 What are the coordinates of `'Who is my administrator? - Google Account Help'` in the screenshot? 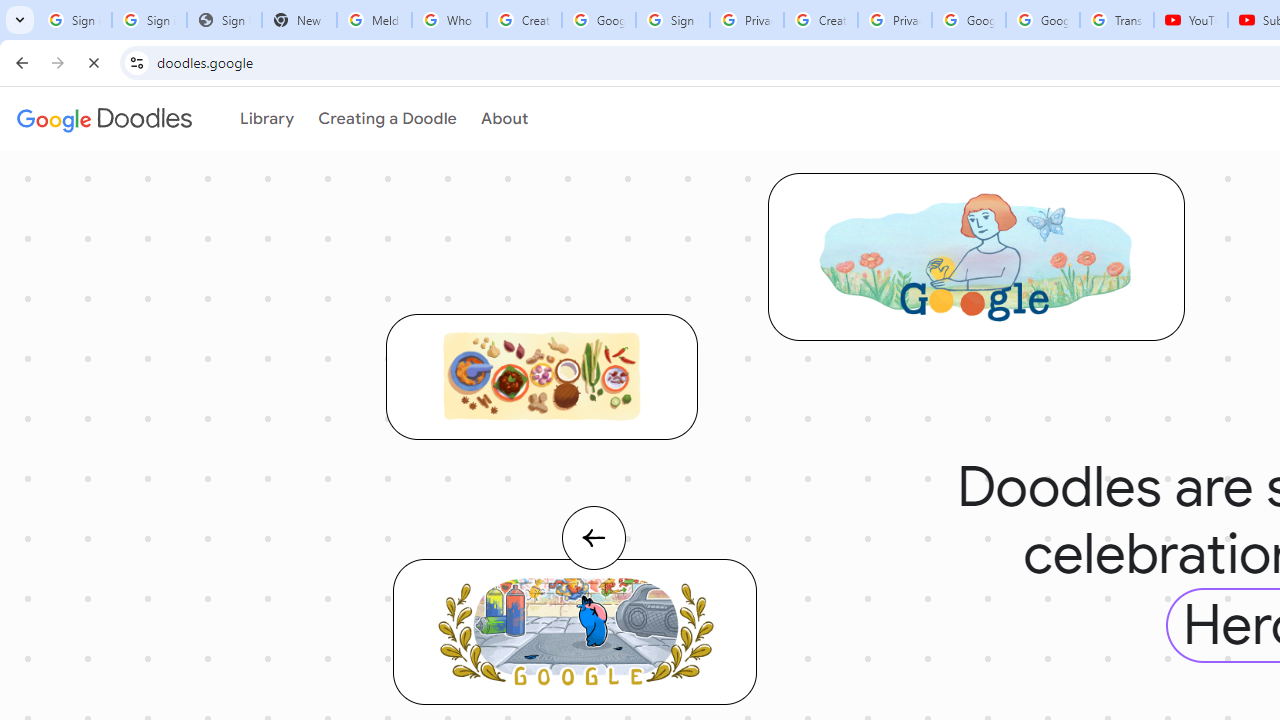 It's located at (448, 20).